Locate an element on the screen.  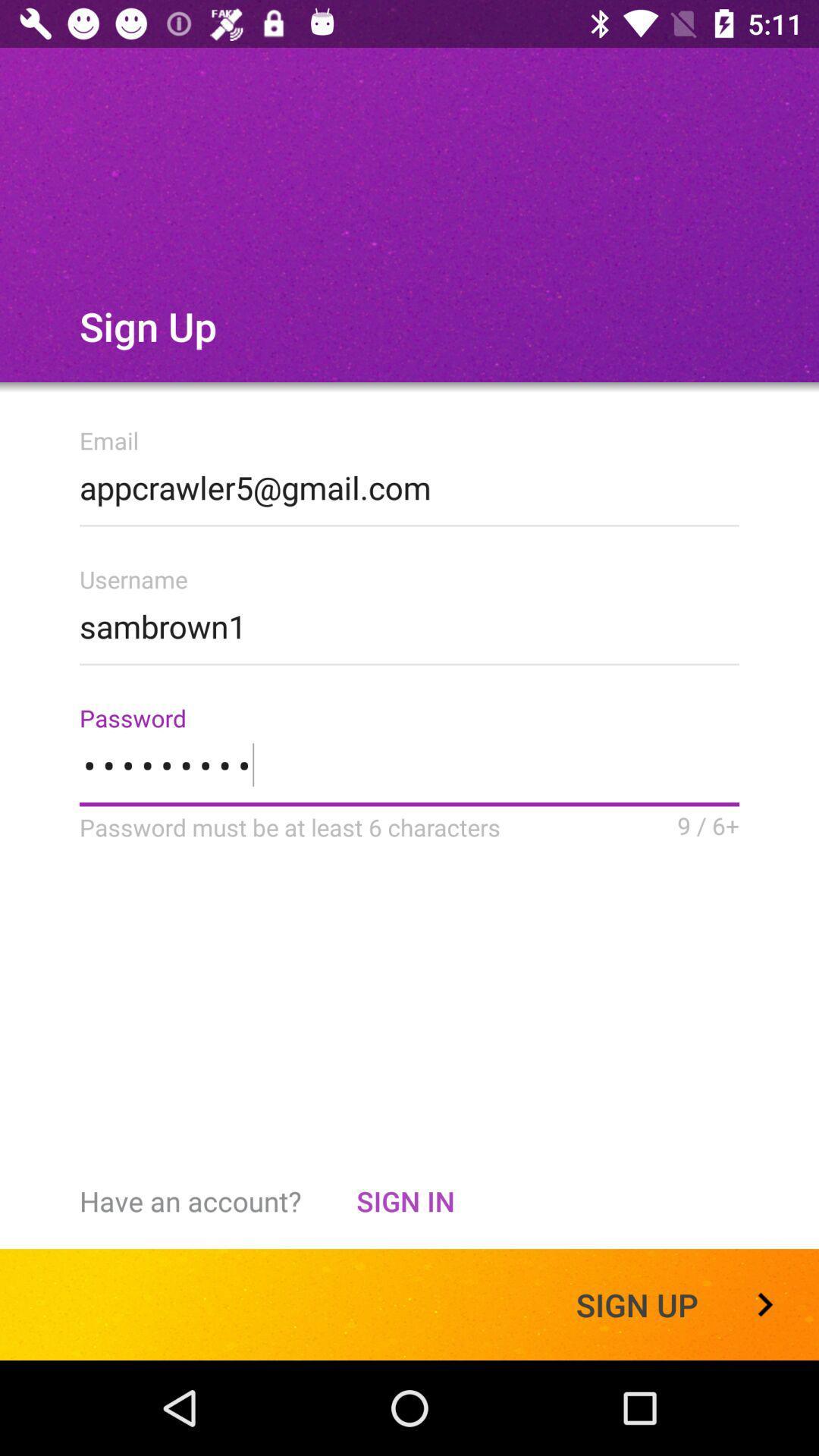
the crowd3116 is located at coordinates (409, 774).